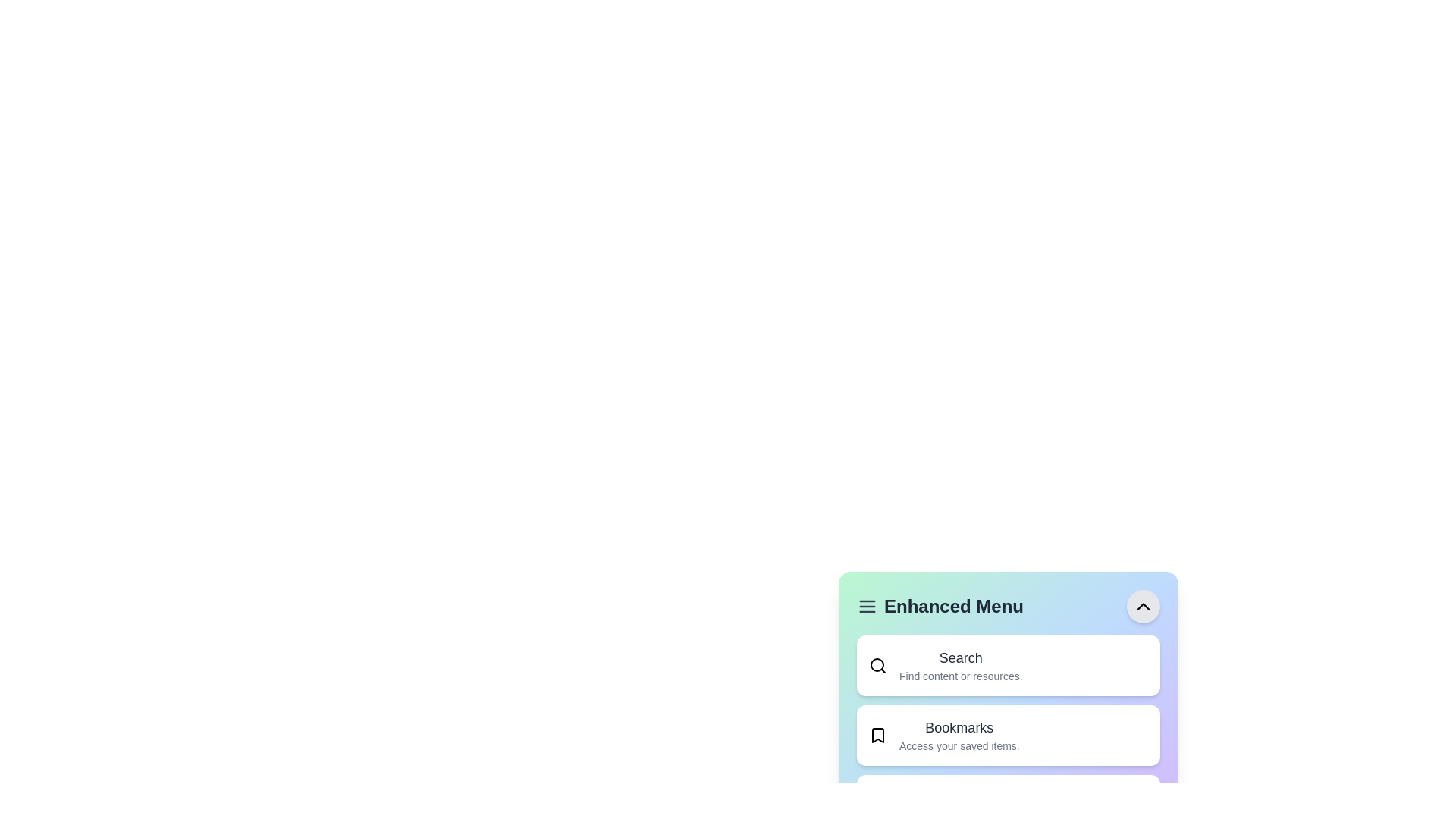 The height and width of the screenshot is (819, 1456). Describe the element at coordinates (1008, 665) in the screenshot. I see `the menu item labeled Search` at that location.